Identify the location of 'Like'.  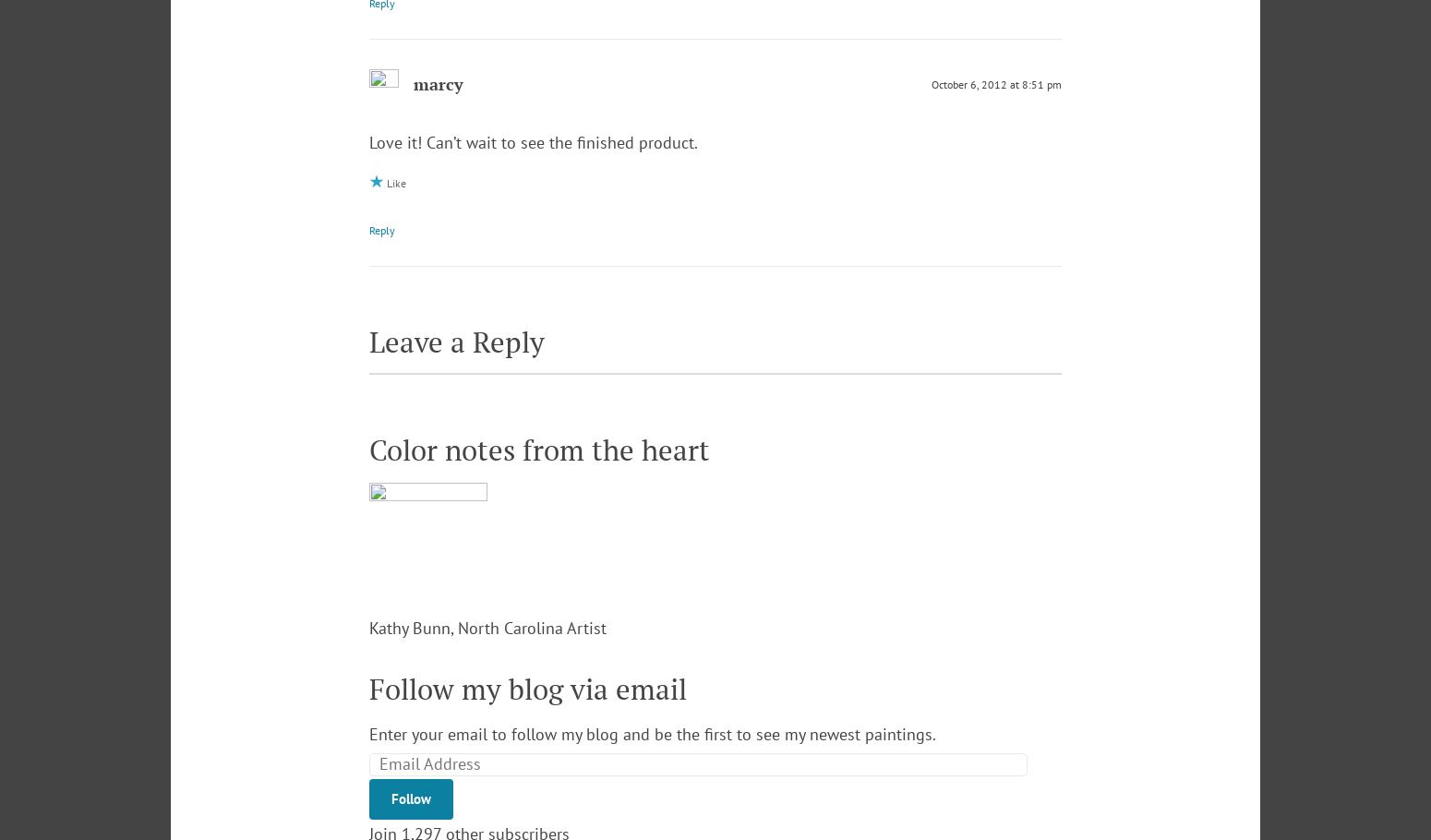
(396, 182).